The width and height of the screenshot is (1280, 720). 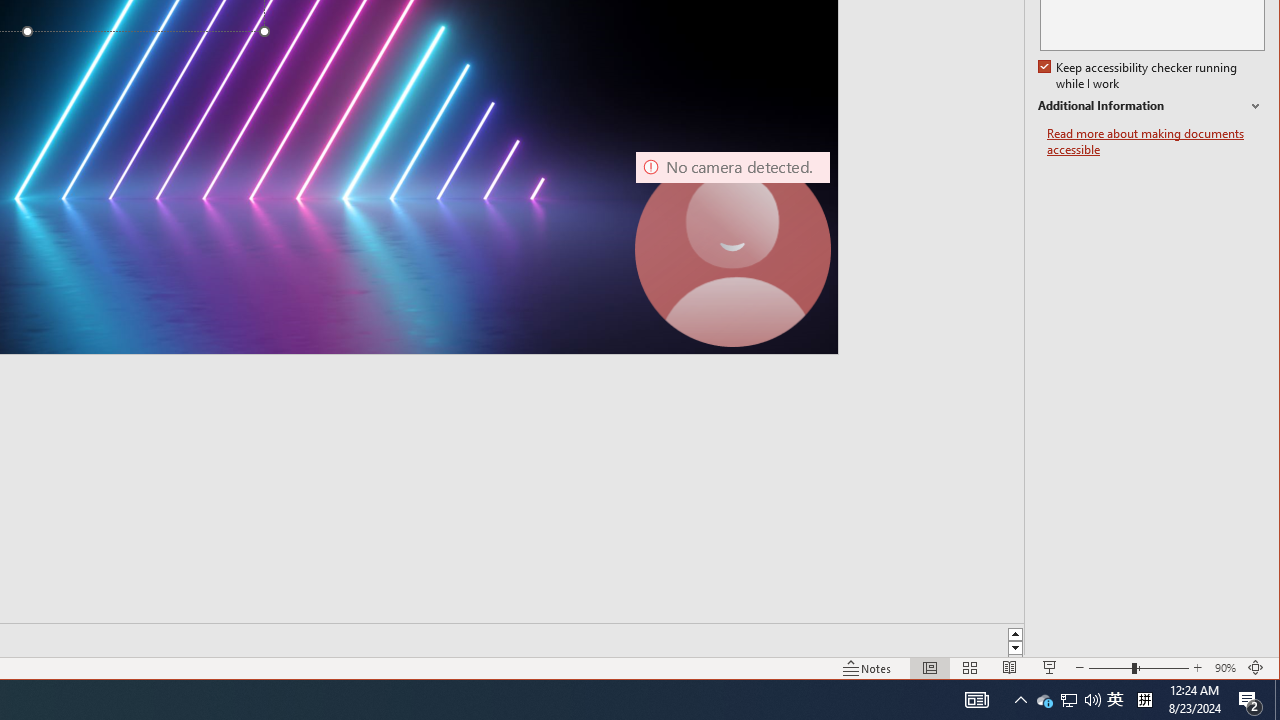 I want to click on 'Tray Input Indicator - Chinese (Simplified, China)', so click(x=1109, y=668).